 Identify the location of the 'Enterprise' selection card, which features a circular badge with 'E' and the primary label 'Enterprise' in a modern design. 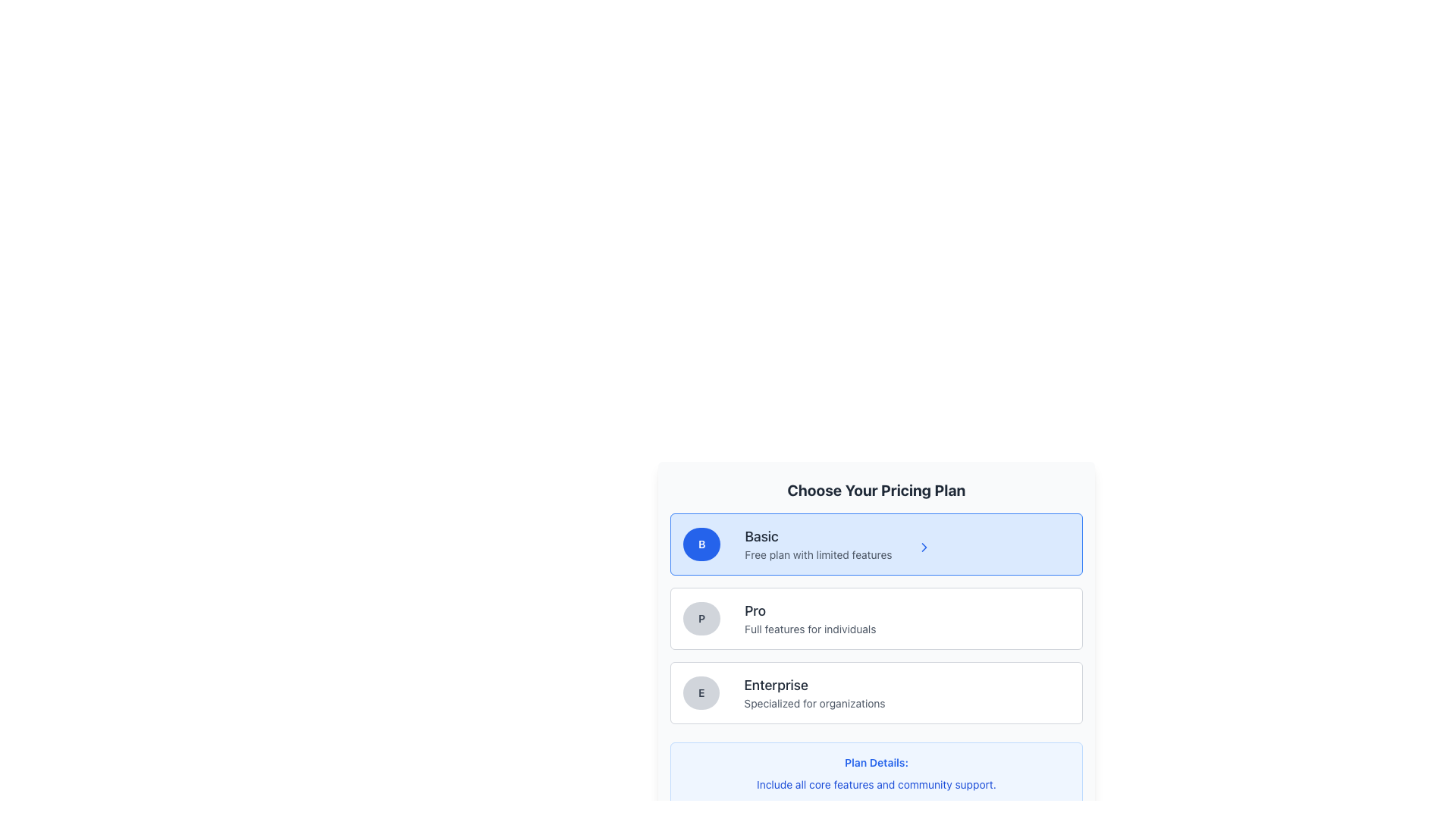
(877, 693).